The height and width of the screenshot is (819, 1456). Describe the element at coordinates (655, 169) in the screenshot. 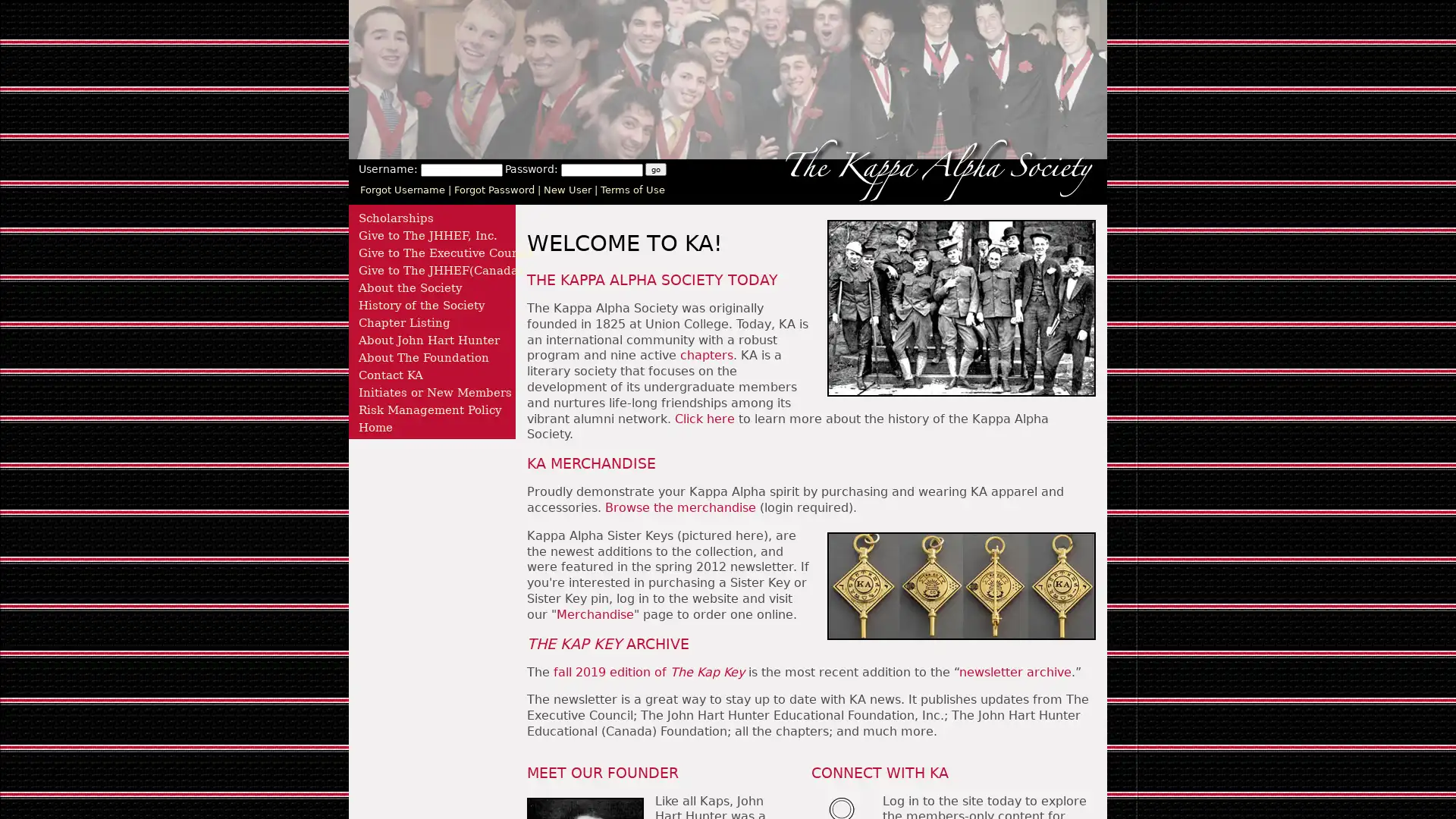

I see `go` at that location.